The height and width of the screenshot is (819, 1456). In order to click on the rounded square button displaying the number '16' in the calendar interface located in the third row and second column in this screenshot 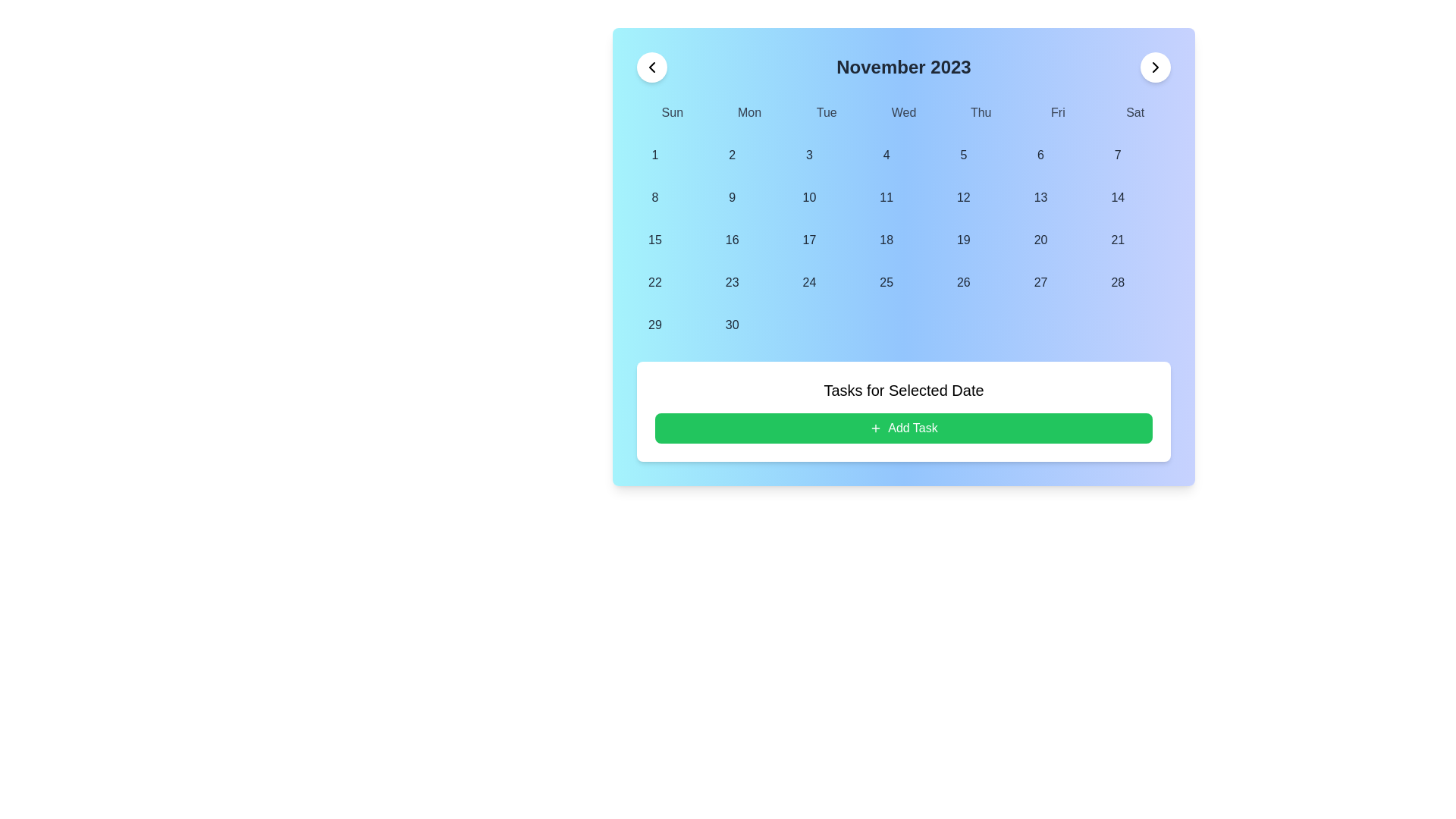, I will do `click(732, 239)`.